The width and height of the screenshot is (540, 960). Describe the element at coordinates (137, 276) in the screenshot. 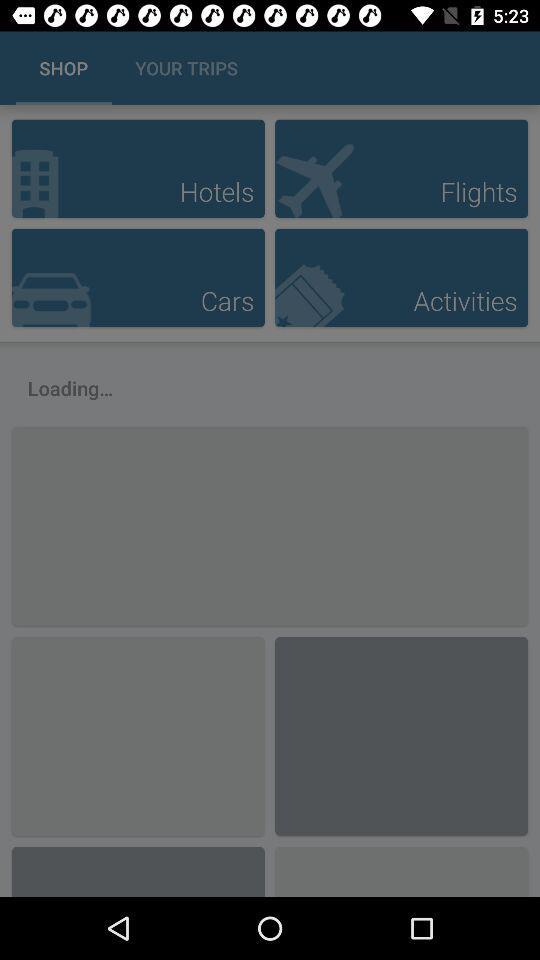

I see `cars option` at that location.